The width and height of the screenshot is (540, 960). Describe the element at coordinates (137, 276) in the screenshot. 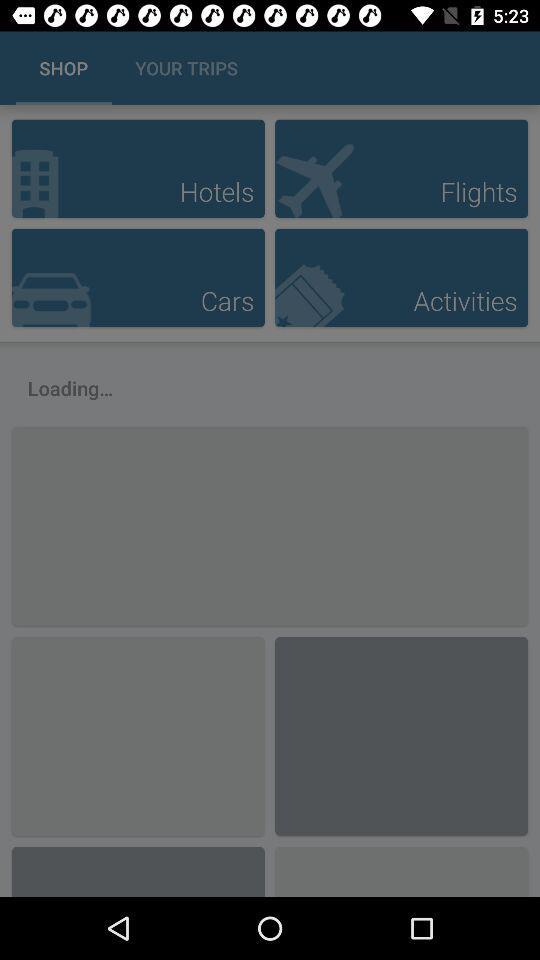

I see `cars option` at that location.